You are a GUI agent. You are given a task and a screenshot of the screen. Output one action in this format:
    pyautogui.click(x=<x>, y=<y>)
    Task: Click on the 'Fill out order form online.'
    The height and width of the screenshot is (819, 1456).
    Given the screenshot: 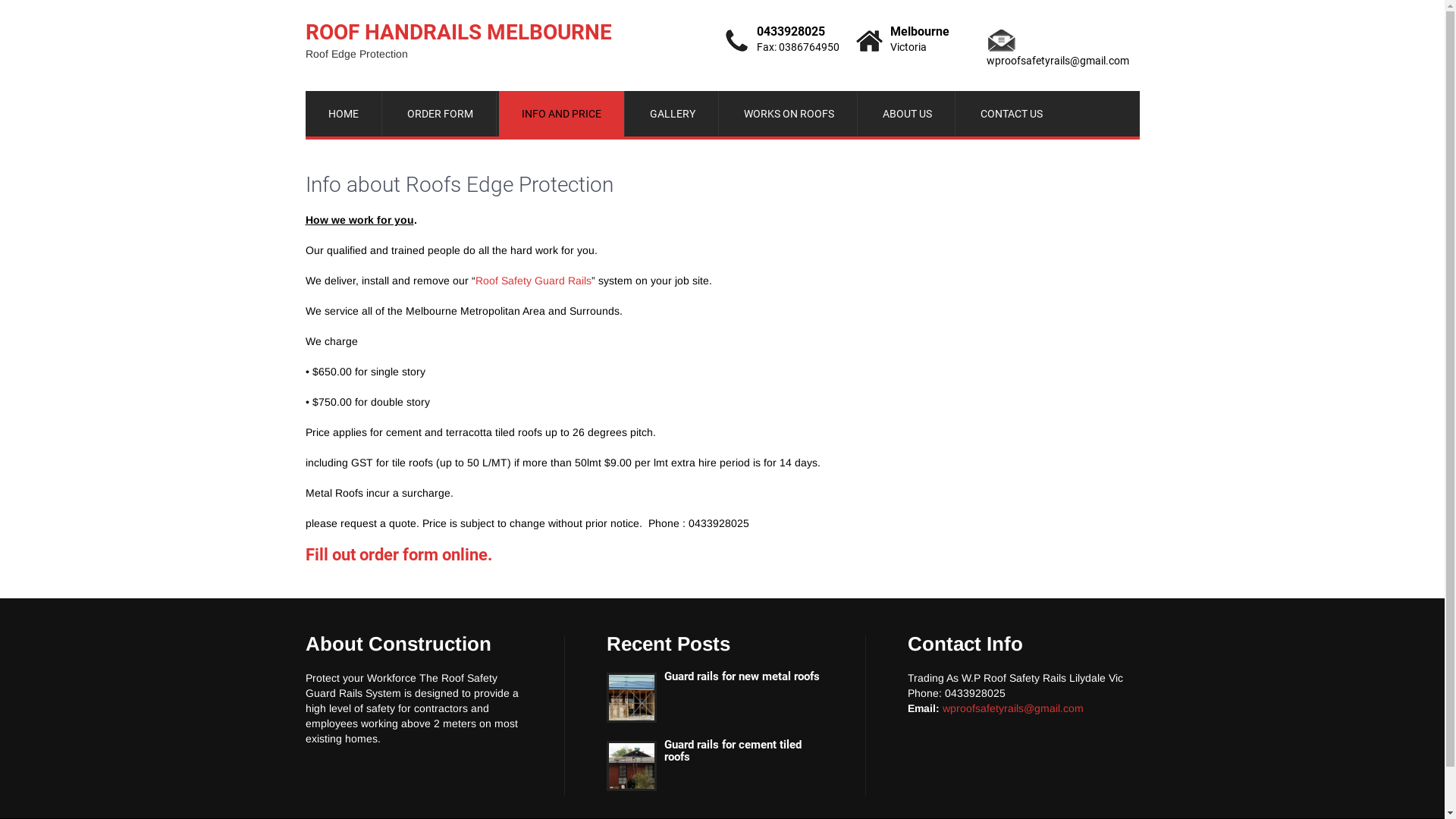 What is the action you would take?
    pyautogui.click(x=397, y=554)
    